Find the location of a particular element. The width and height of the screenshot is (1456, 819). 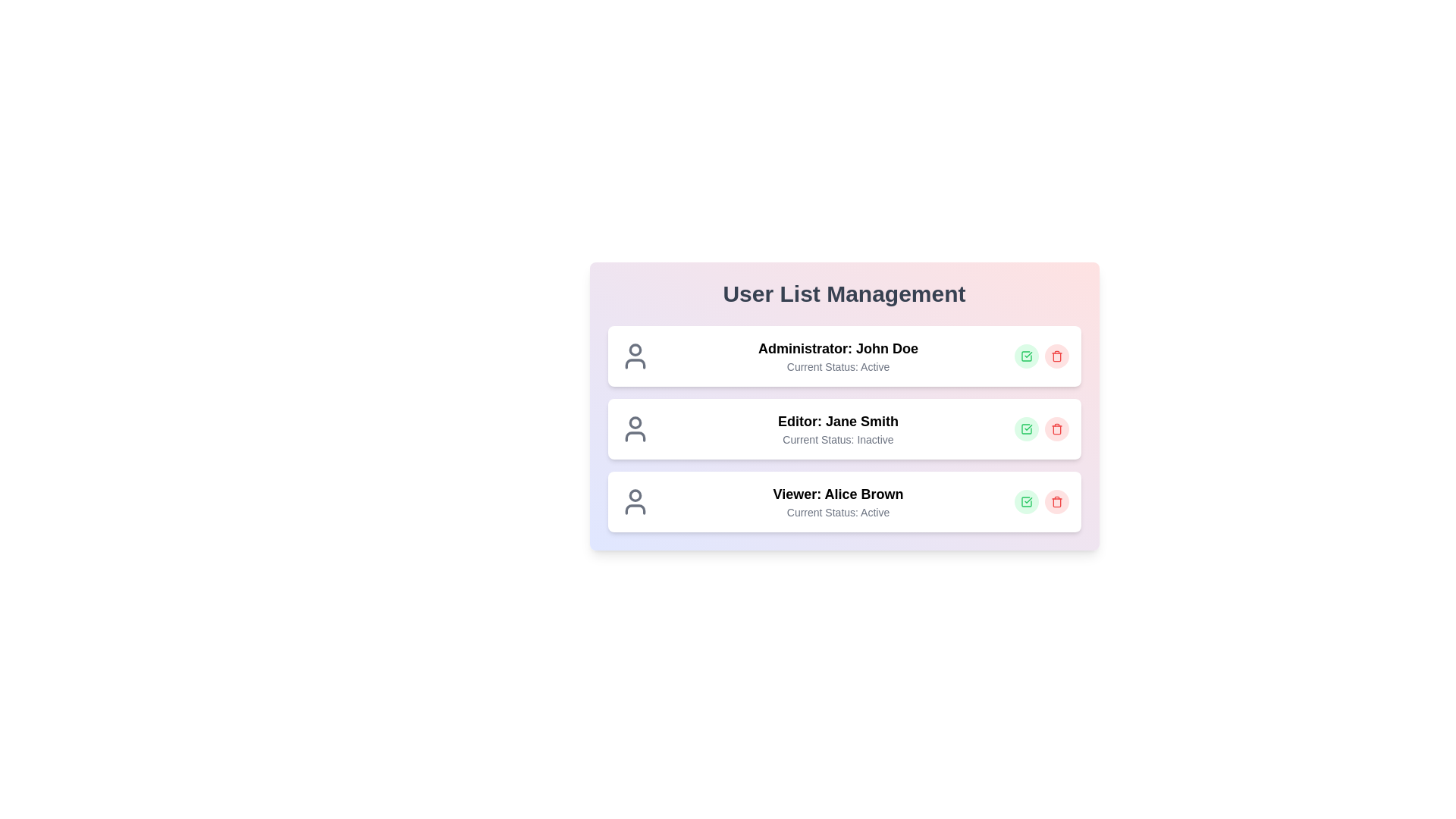

the SVG circle element that represents the user's presence in the user management interface, located in the second row of the vertical list is located at coordinates (635, 422).